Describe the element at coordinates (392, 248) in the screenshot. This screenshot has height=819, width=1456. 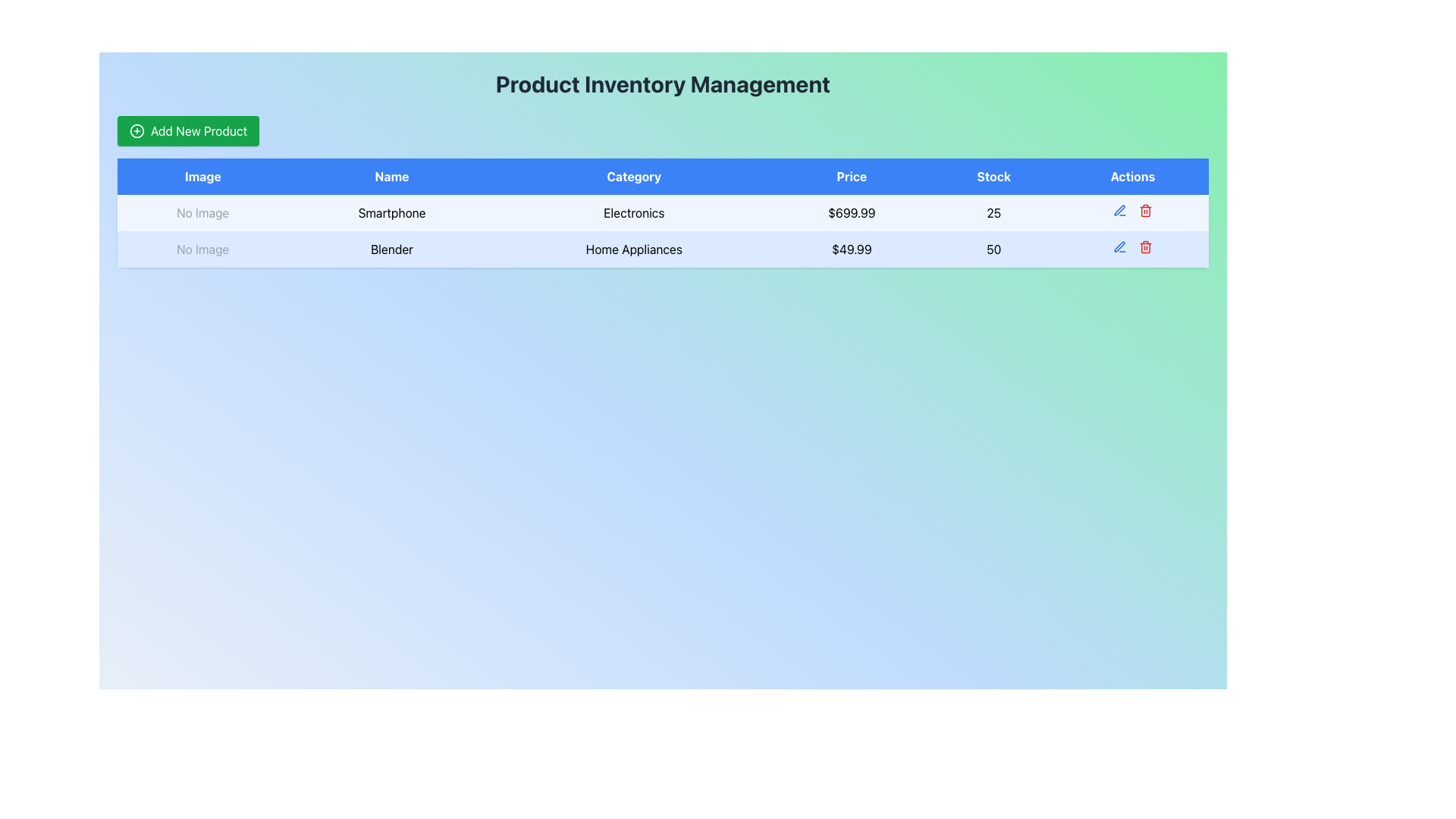
I see `the text element displaying 'Blender' located in the second row of the table under the 'Name' column, which has a light blue background and is styled with a sans-serif font` at that location.